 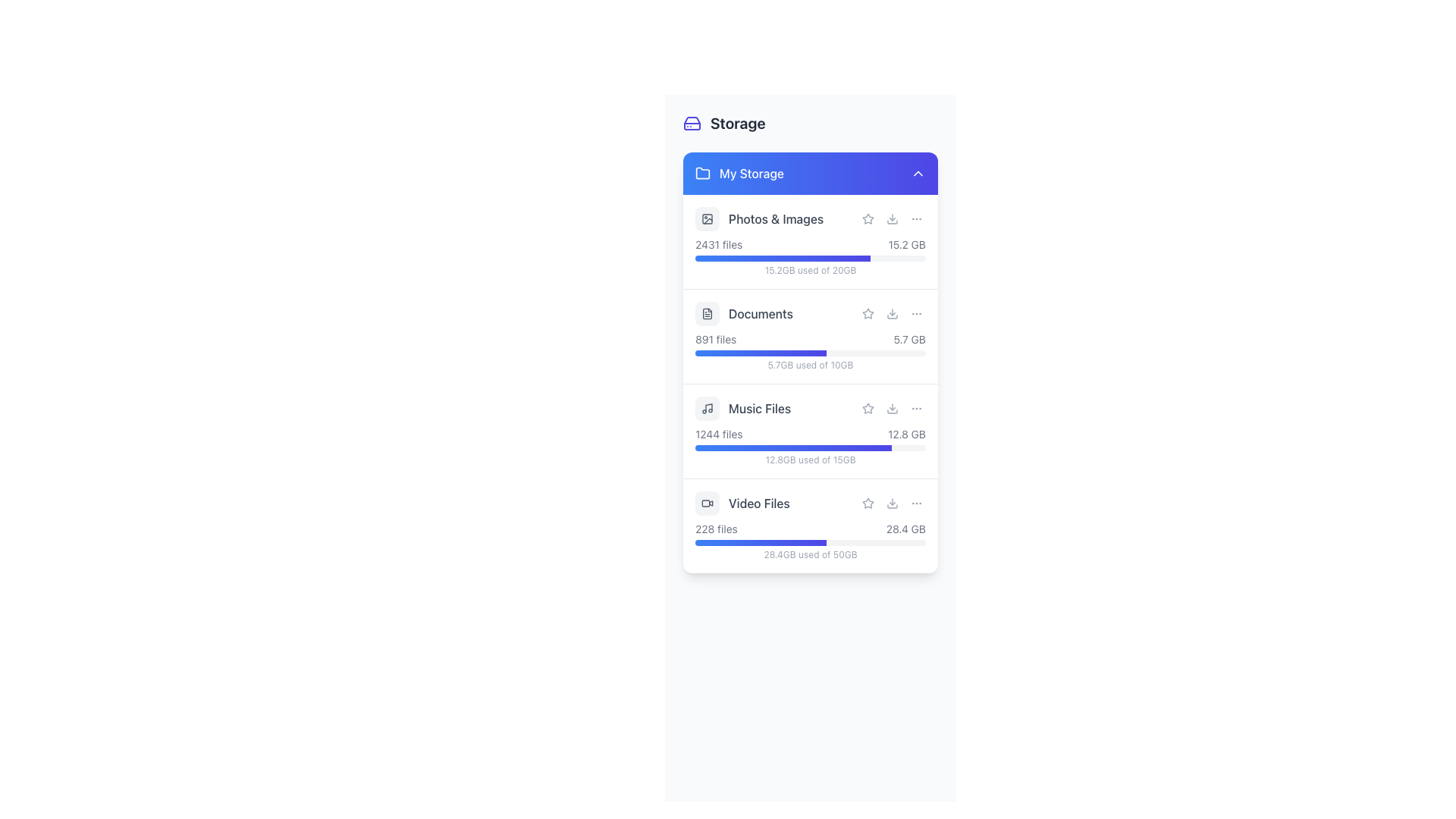 I want to click on the label displaying 'Video Files' with a video icon, which is located under 'My Storage' section, between 'Music Files' and a storage progress bar, so click(x=742, y=503).